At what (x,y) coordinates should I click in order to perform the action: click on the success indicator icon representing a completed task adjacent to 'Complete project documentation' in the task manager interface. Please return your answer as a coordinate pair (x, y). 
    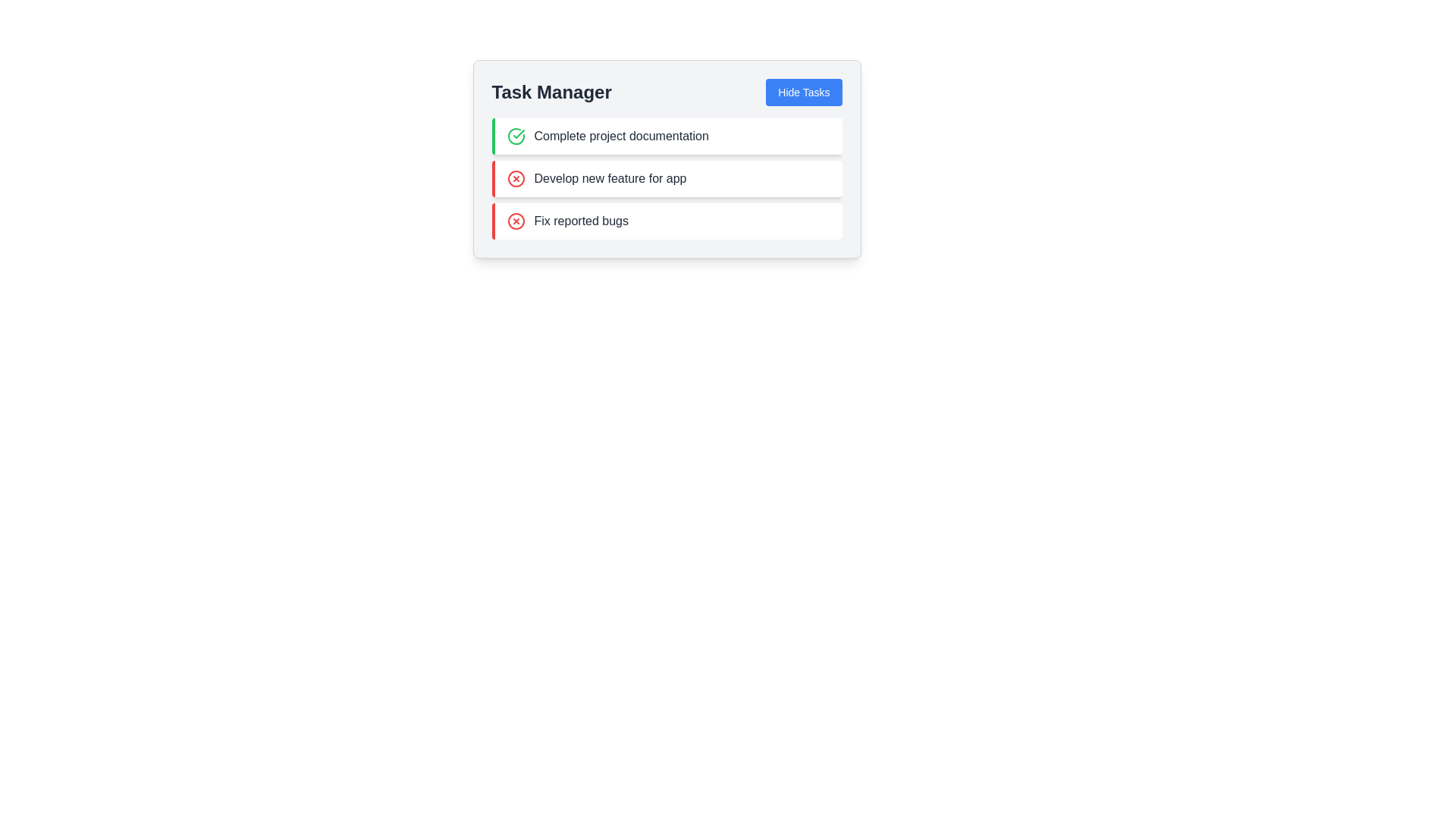
    Looking at the image, I should click on (519, 133).